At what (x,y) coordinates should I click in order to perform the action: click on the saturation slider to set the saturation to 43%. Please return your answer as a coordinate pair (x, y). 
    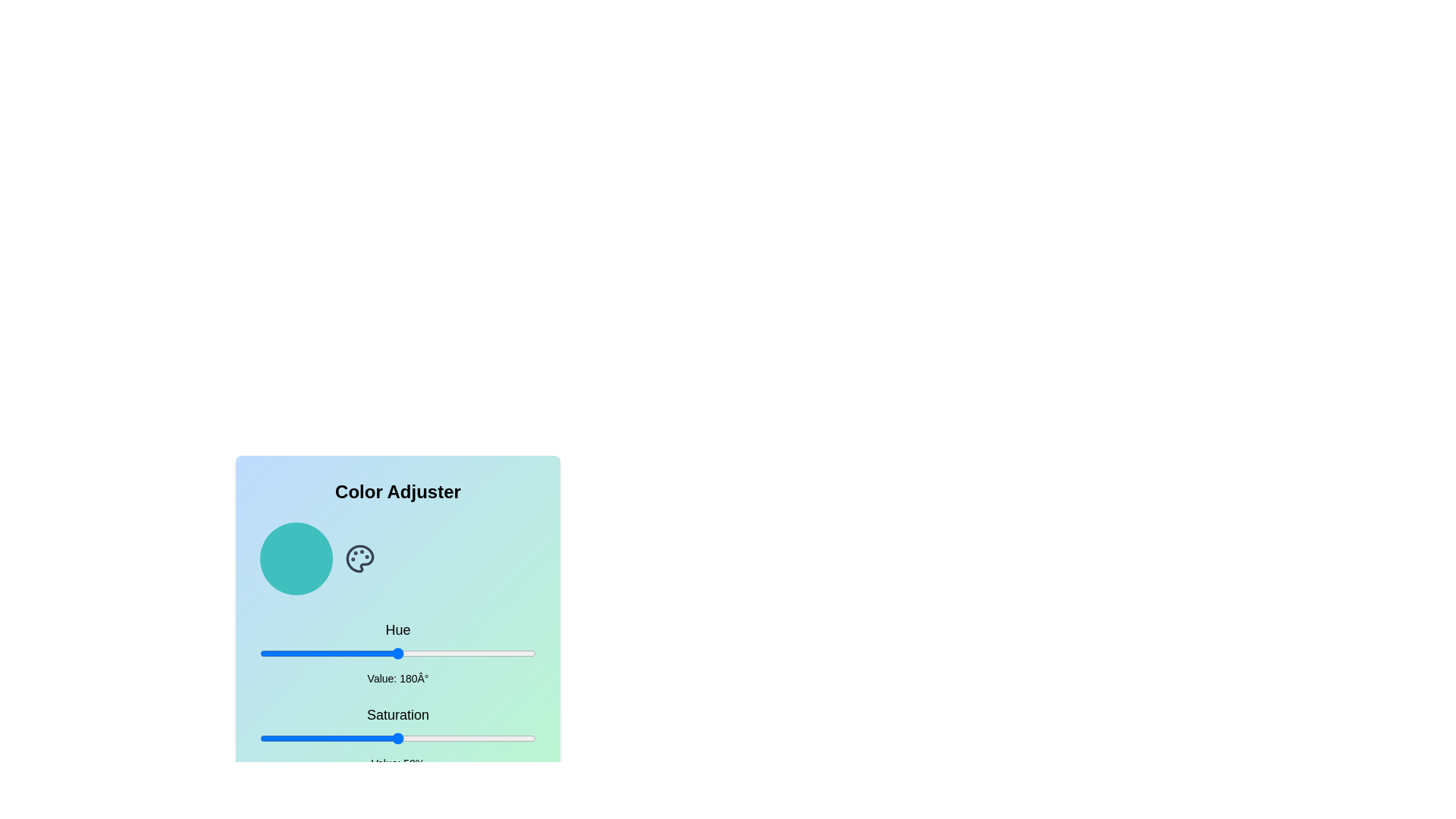
    Looking at the image, I should click on (378, 738).